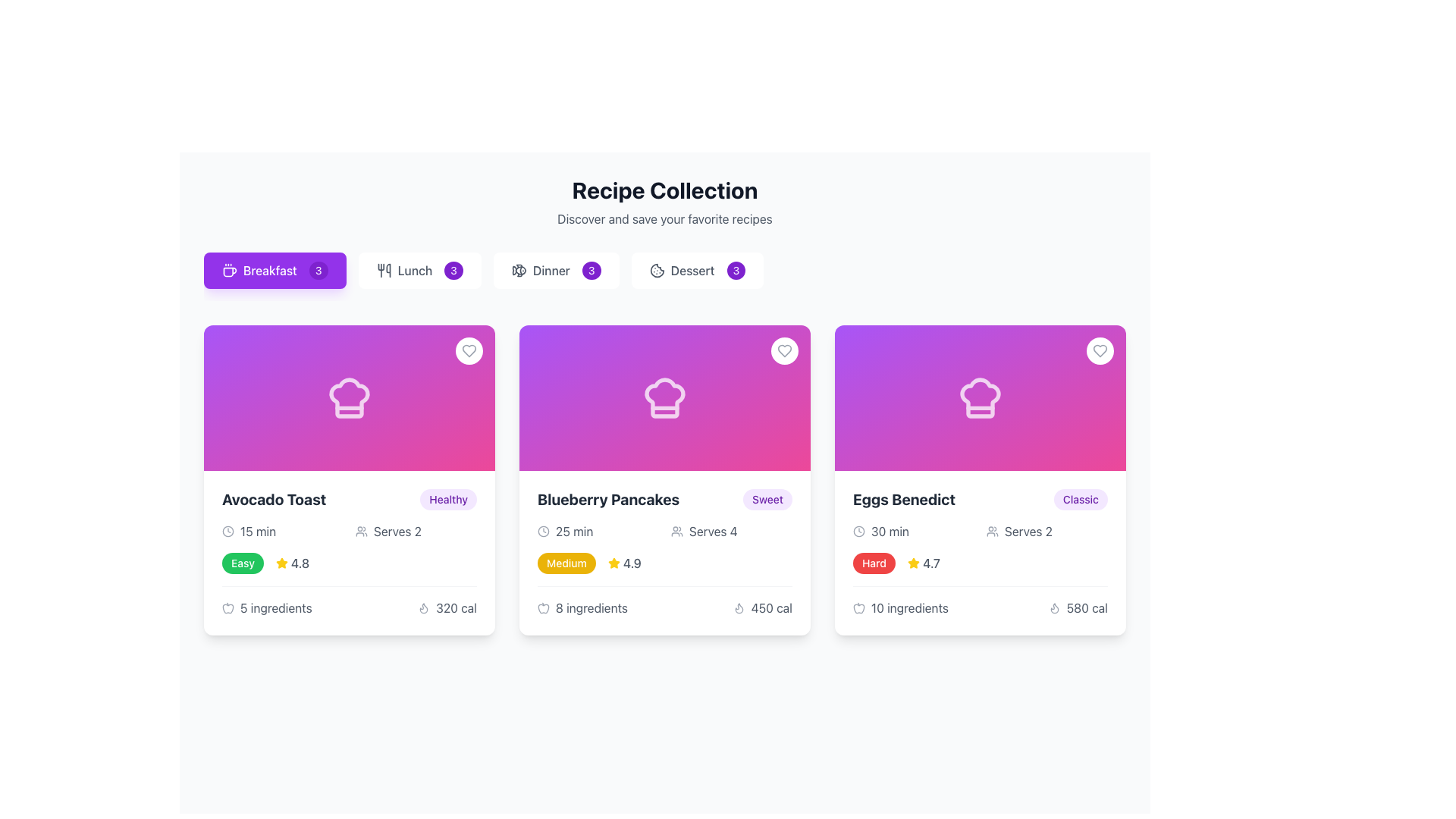 This screenshot has width=1456, height=819. Describe the element at coordinates (1080, 500) in the screenshot. I see `text content of the label identifying the 'Eggs Benedict' dish as 'Classic', located in the top-right corner of the 'Eggs Benedict' card in the rightmost column of a three-column grid` at that location.